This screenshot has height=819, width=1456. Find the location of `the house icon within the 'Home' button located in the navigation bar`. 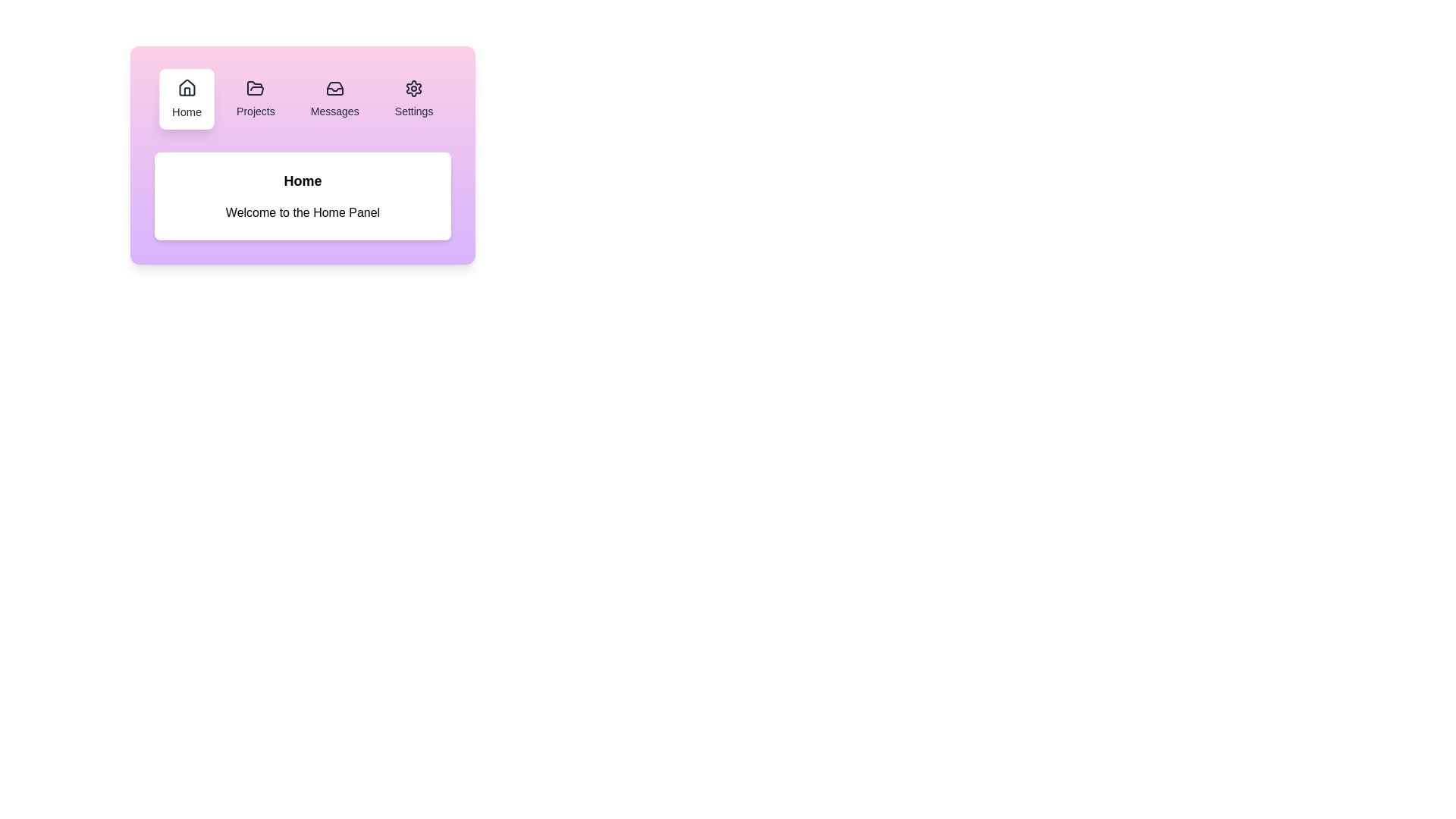

the house icon within the 'Home' button located in the navigation bar is located at coordinates (185, 91).